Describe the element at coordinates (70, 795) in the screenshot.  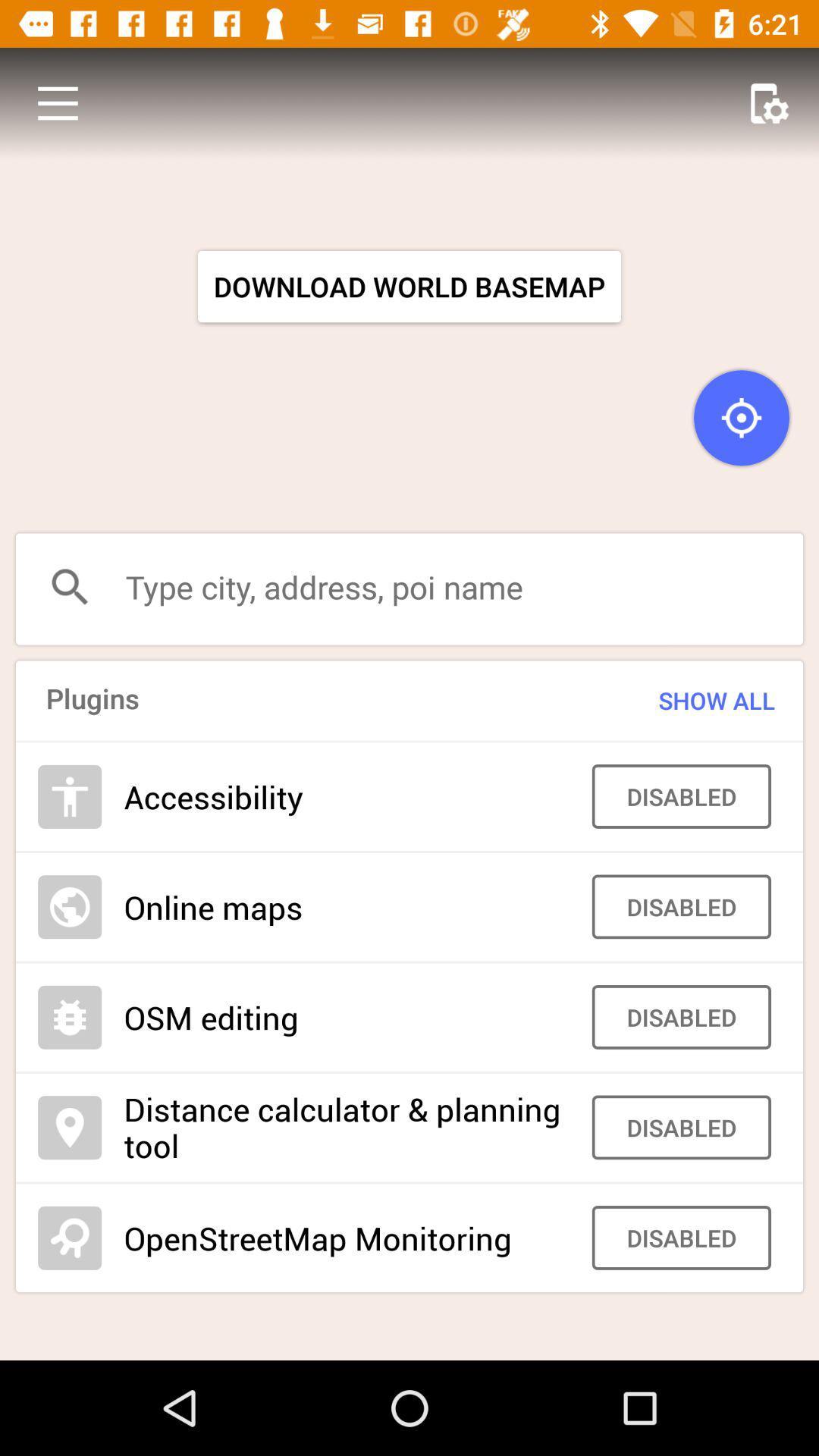
I see `the add icon` at that location.